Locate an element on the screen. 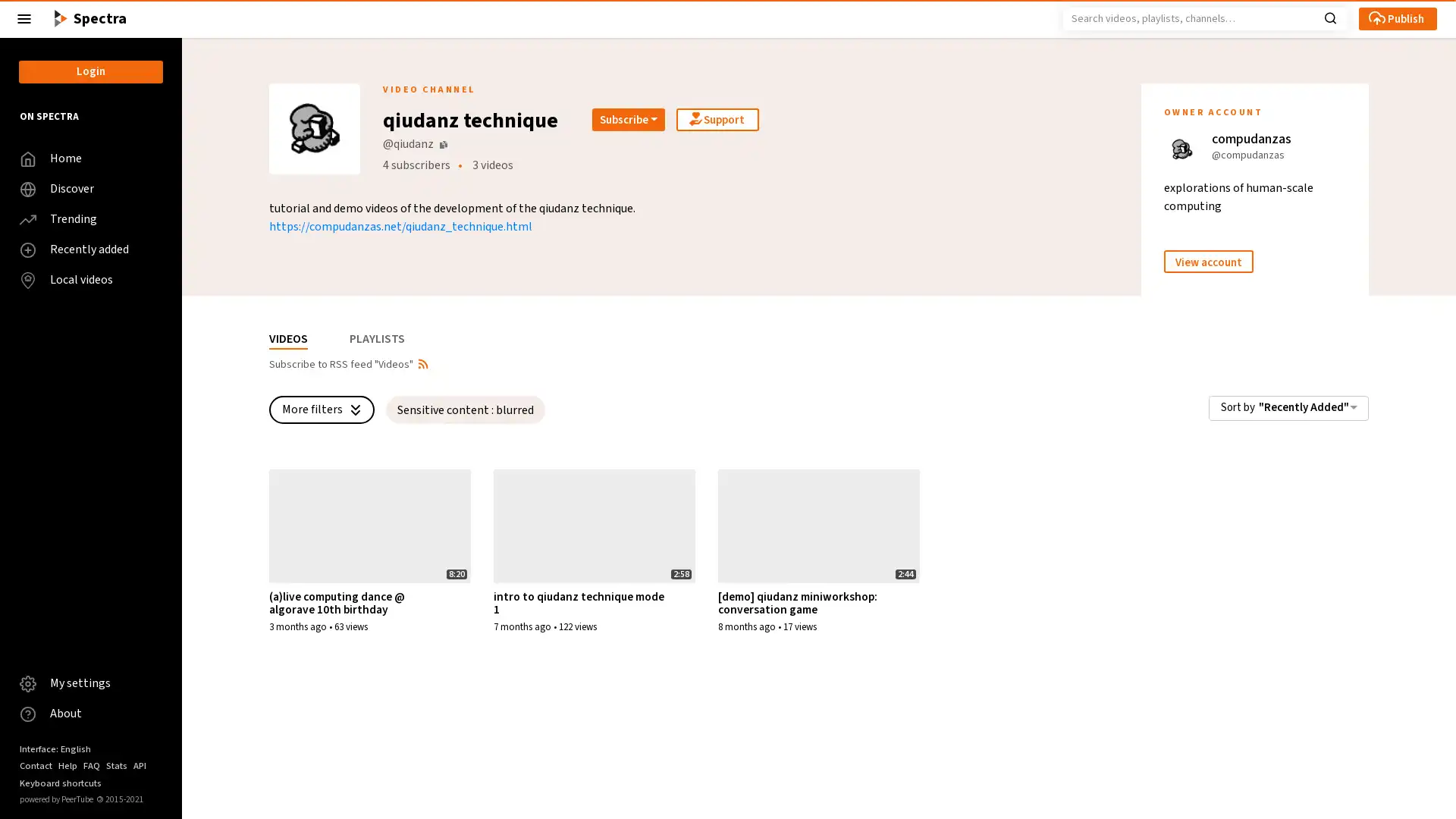 The height and width of the screenshot is (819, 1456). Support is located at coordinates (717, 119).